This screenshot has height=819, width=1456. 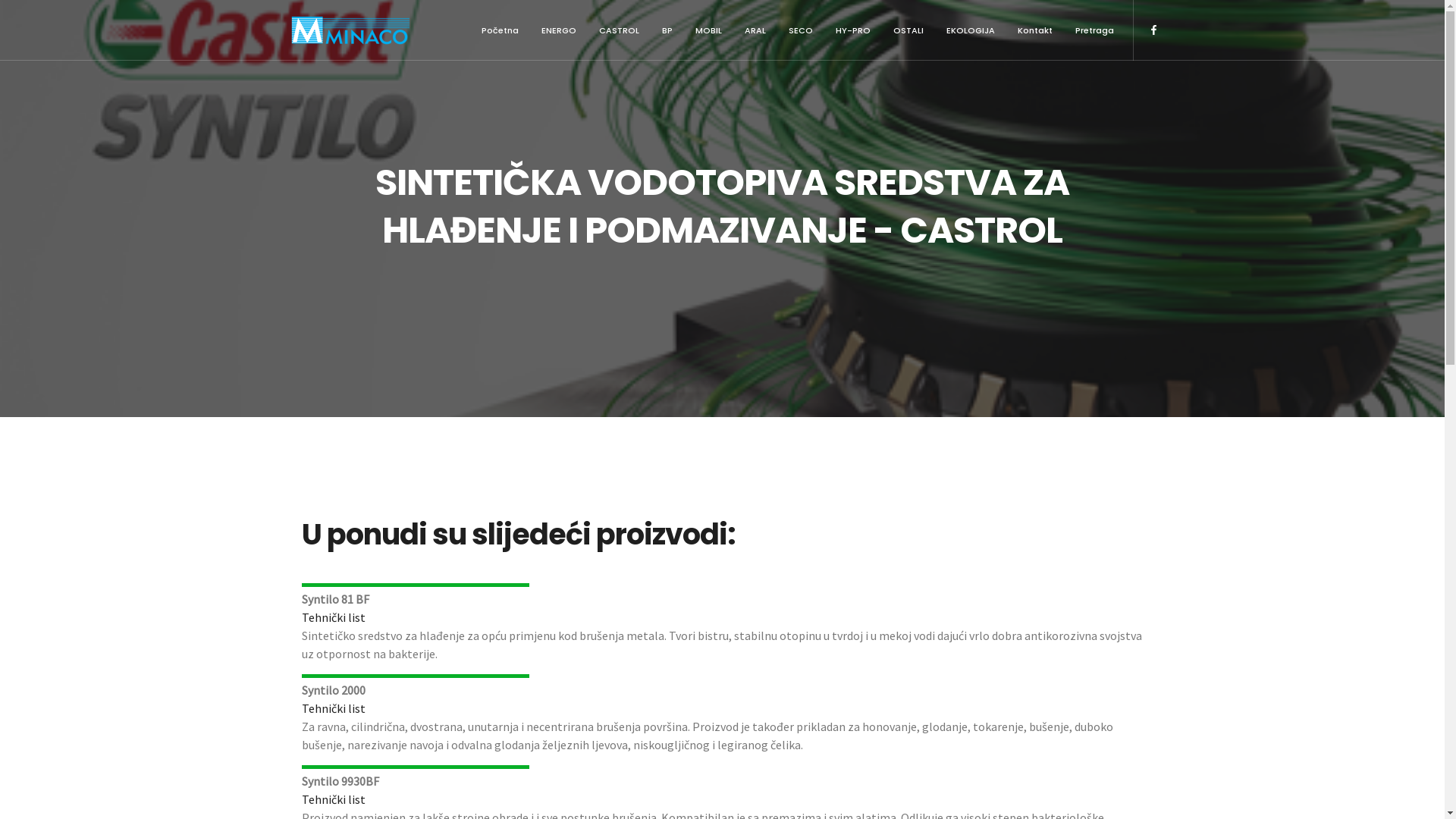 What do you see at coordinates (667, 30) in the screenshot?
I see `'BP'` at bounding box center [667, 30].